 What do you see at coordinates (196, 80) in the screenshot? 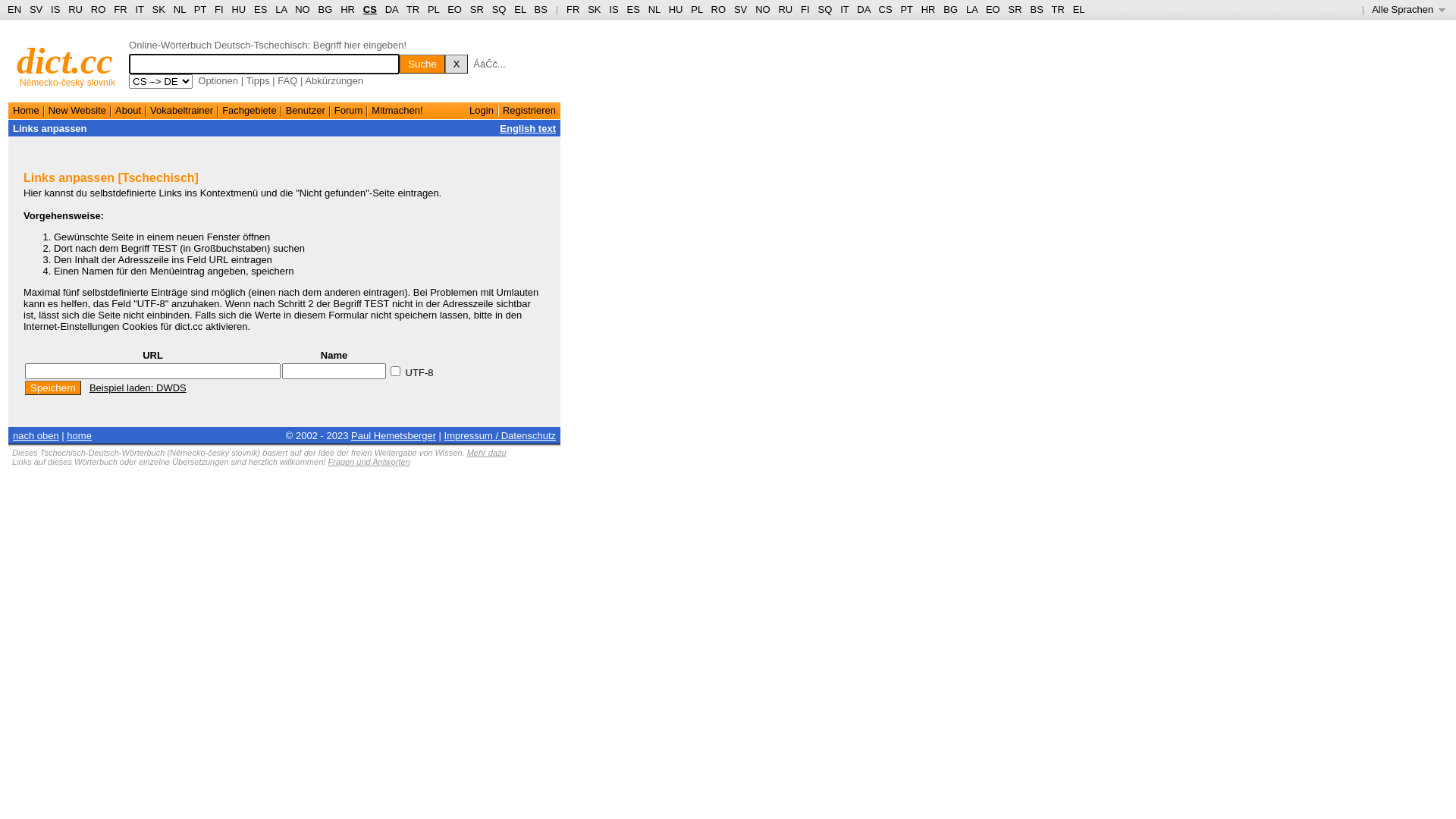
I see `'Optionen'` at bounding box center [196, 80].